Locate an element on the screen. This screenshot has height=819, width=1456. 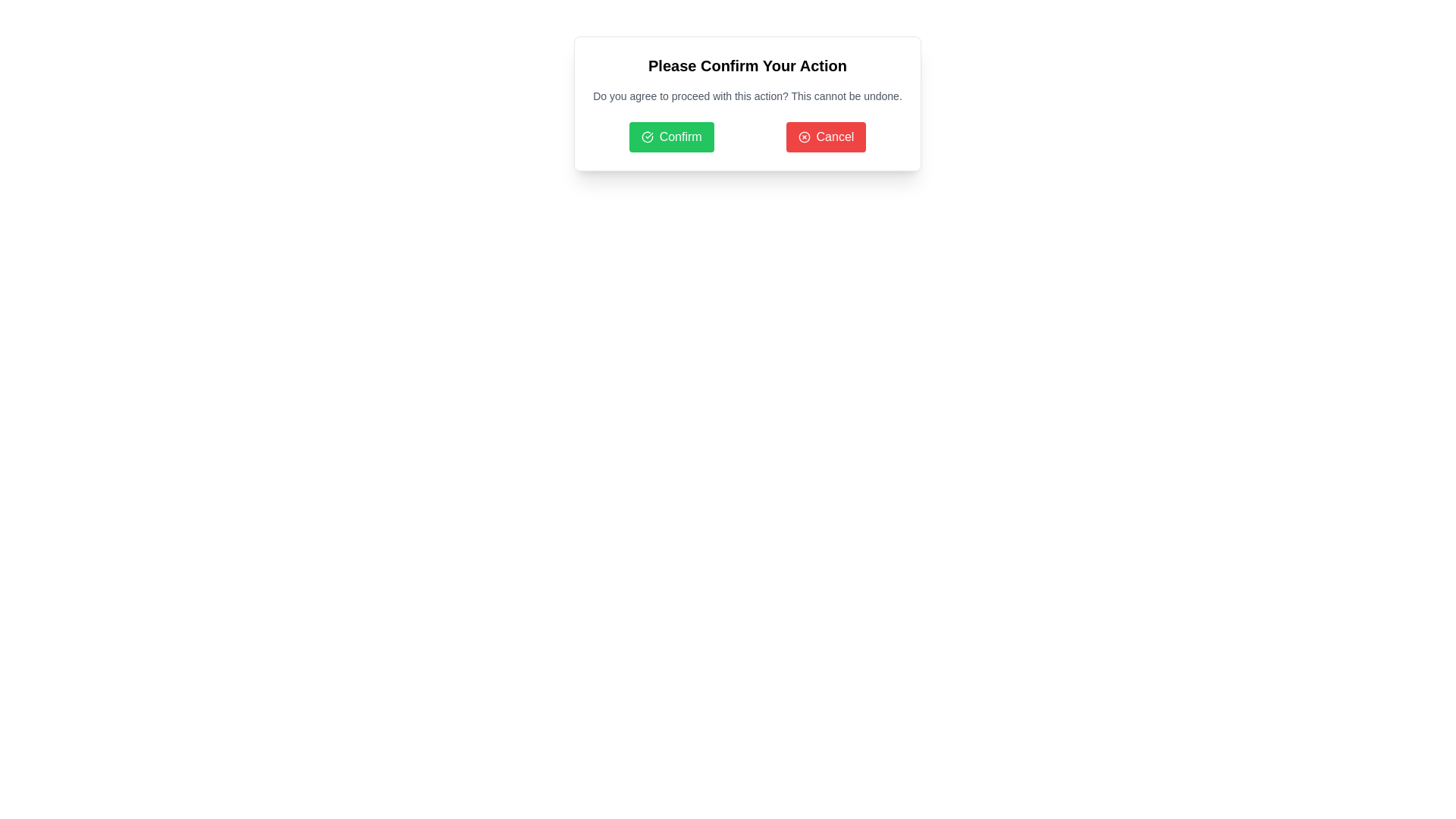
the circular checkmark icon located inside the green 'Confirm' button in the dialog box is located at coordinates (647, 137).